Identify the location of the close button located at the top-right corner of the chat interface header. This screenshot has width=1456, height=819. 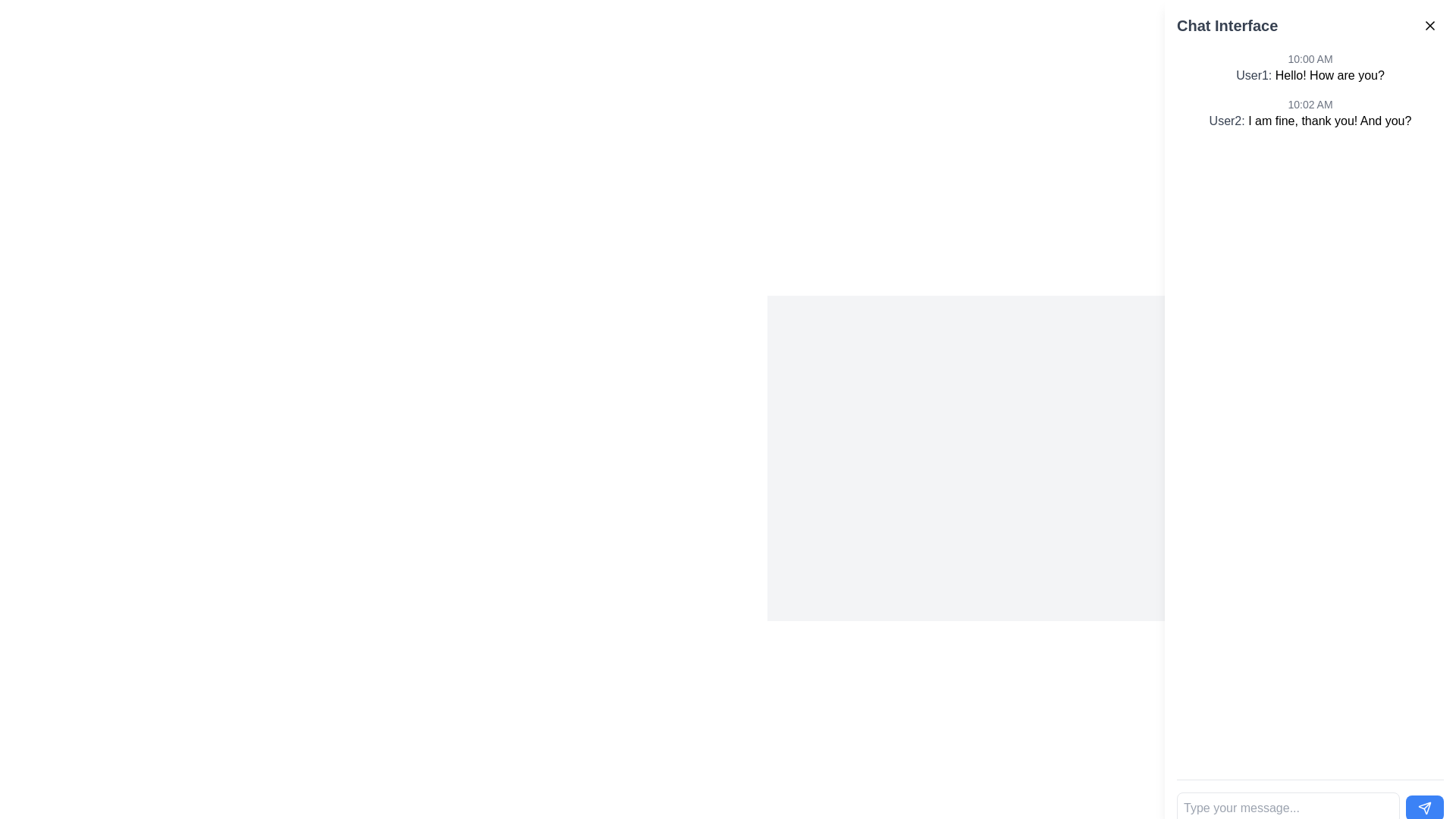
(1429, 26).